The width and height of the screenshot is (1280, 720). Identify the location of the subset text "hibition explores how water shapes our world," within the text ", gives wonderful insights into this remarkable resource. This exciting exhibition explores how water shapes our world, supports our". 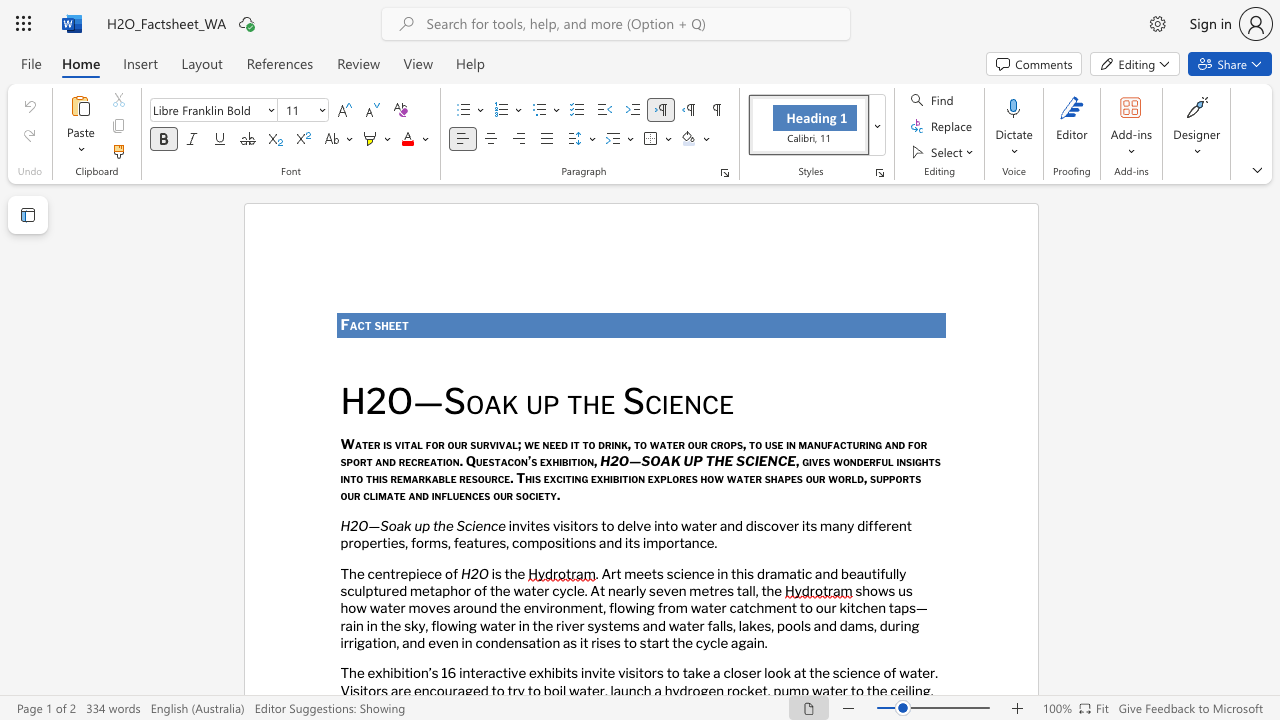
(602, 478).